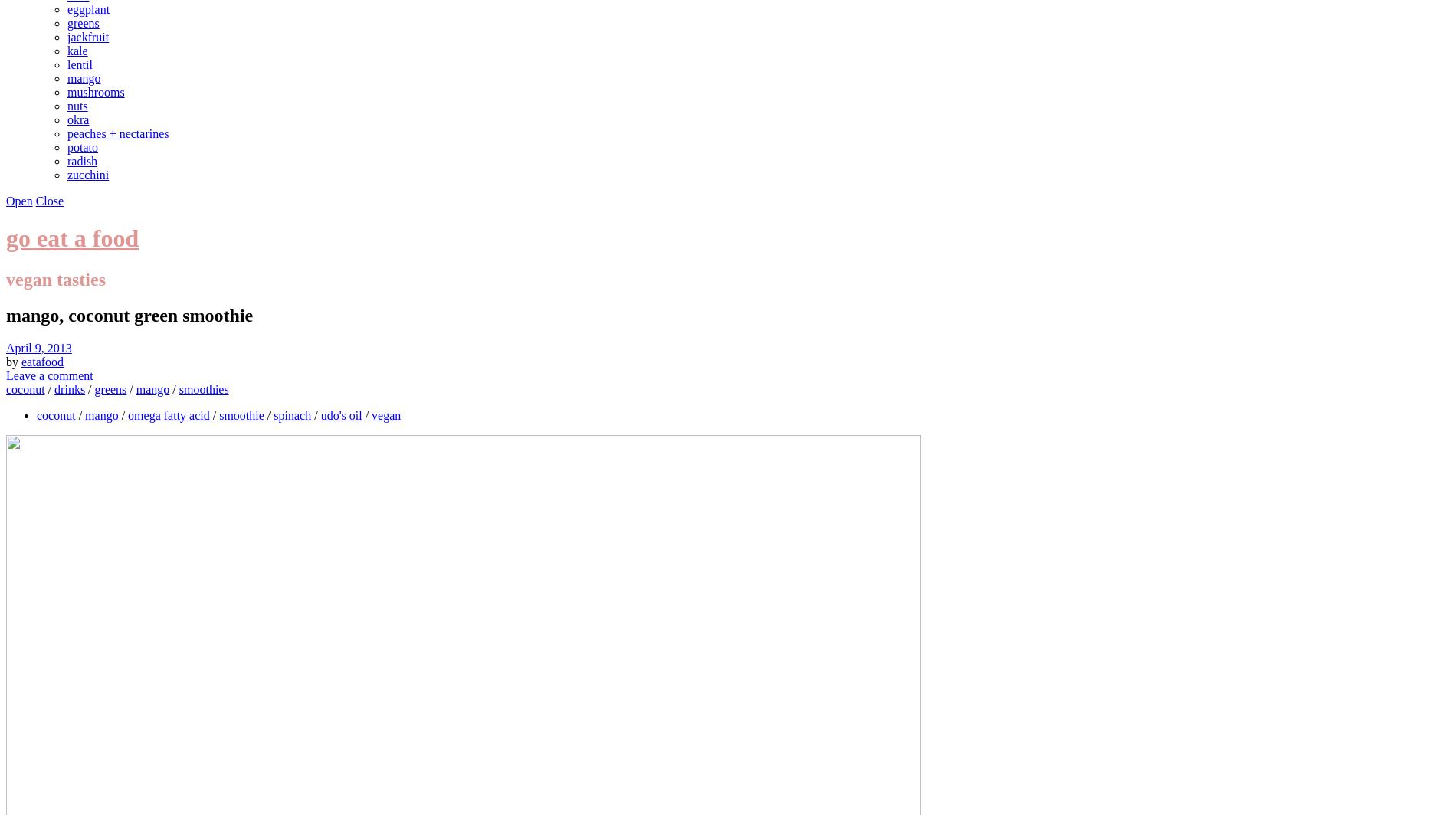  What do you see at coordinates (169, 414) in the screenshot?
I see `'omega fatty acid'` at bounding box center [169, 414].